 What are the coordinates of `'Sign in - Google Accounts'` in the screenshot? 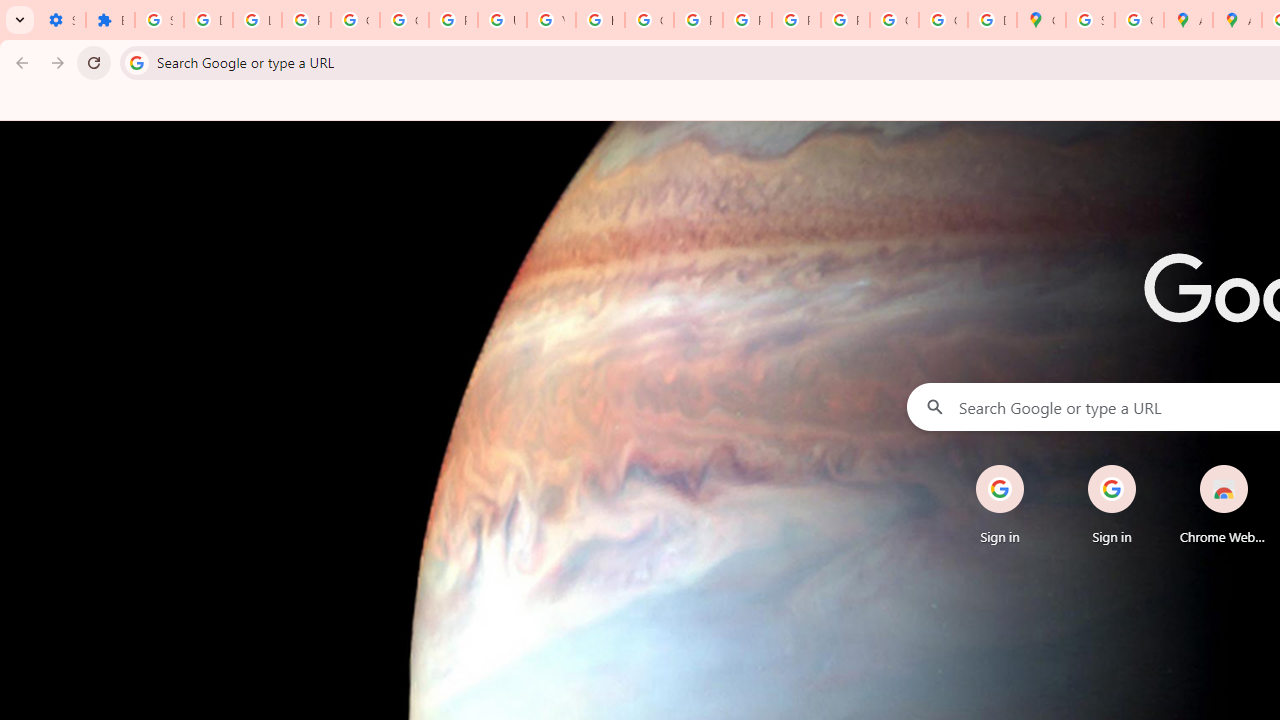 It's located at (1089, 20).